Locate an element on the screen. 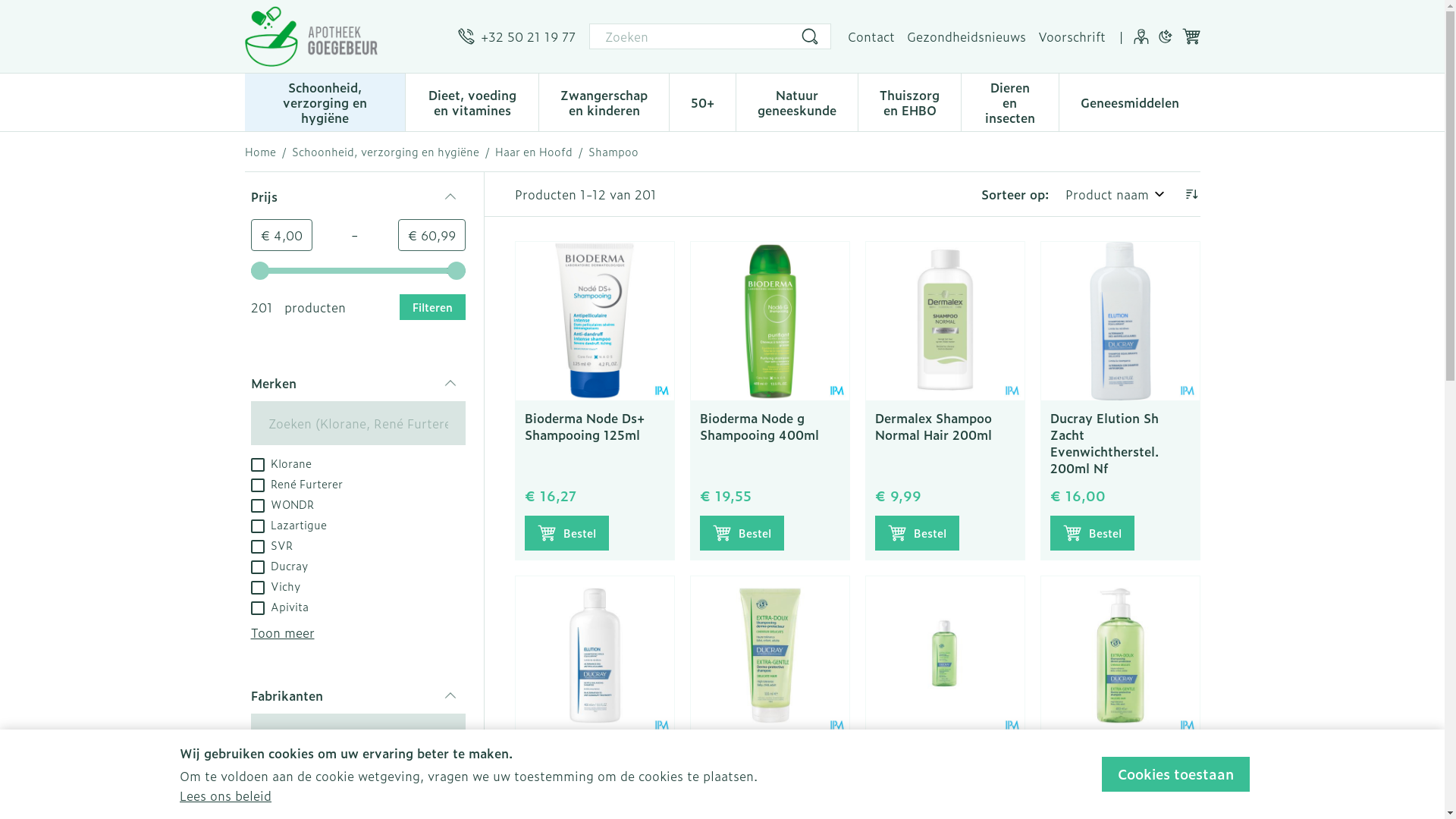 The width and height of the screenshot is (1456, 819). 'Dermalex Shampoo Normal Hair 200ml' is located at coordinates (874, 426).